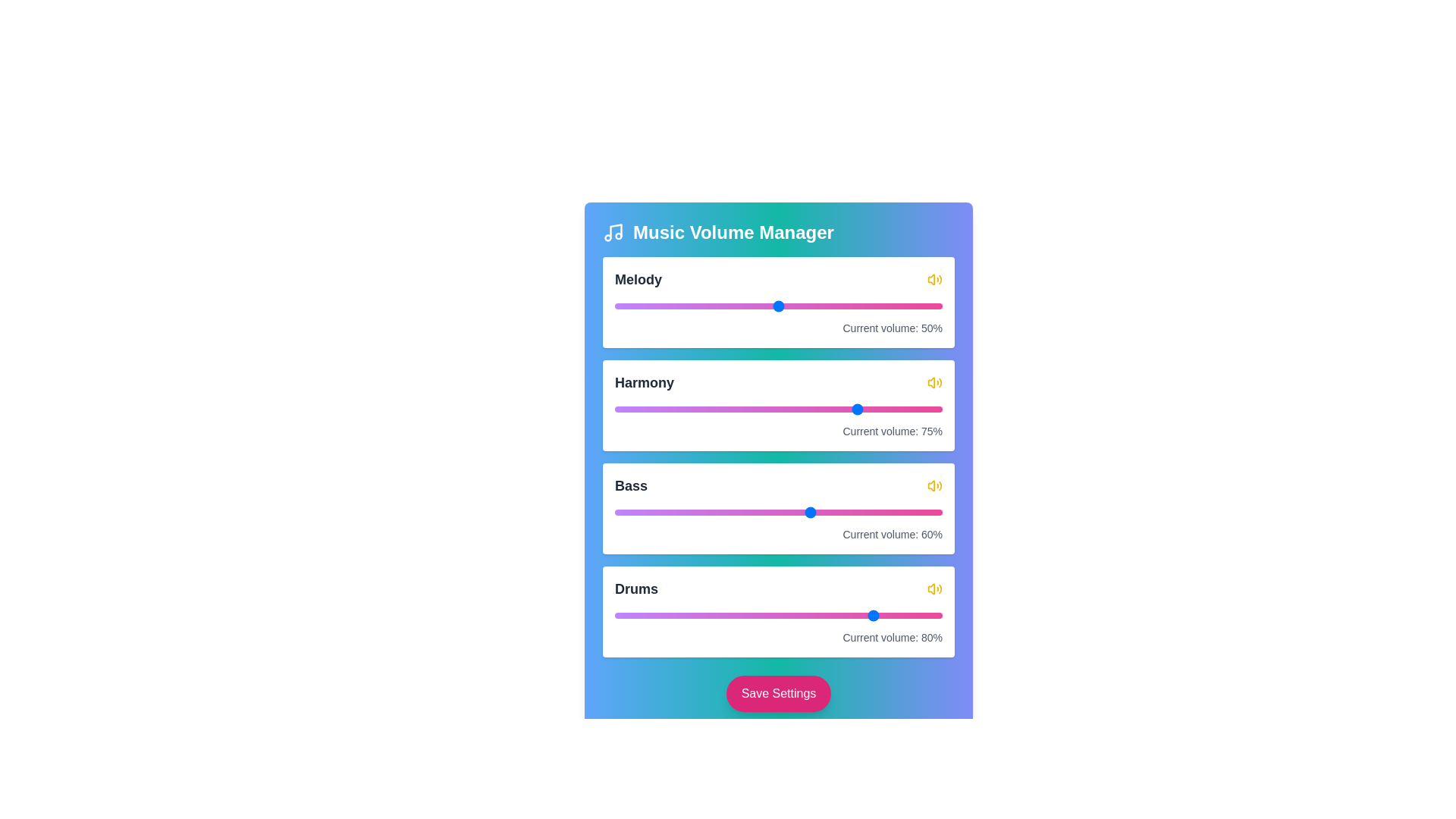  What do you see at coordinates (779, 693) in the screenshot?
I see `'Save Settings' button` at bounding box center [779, 693].